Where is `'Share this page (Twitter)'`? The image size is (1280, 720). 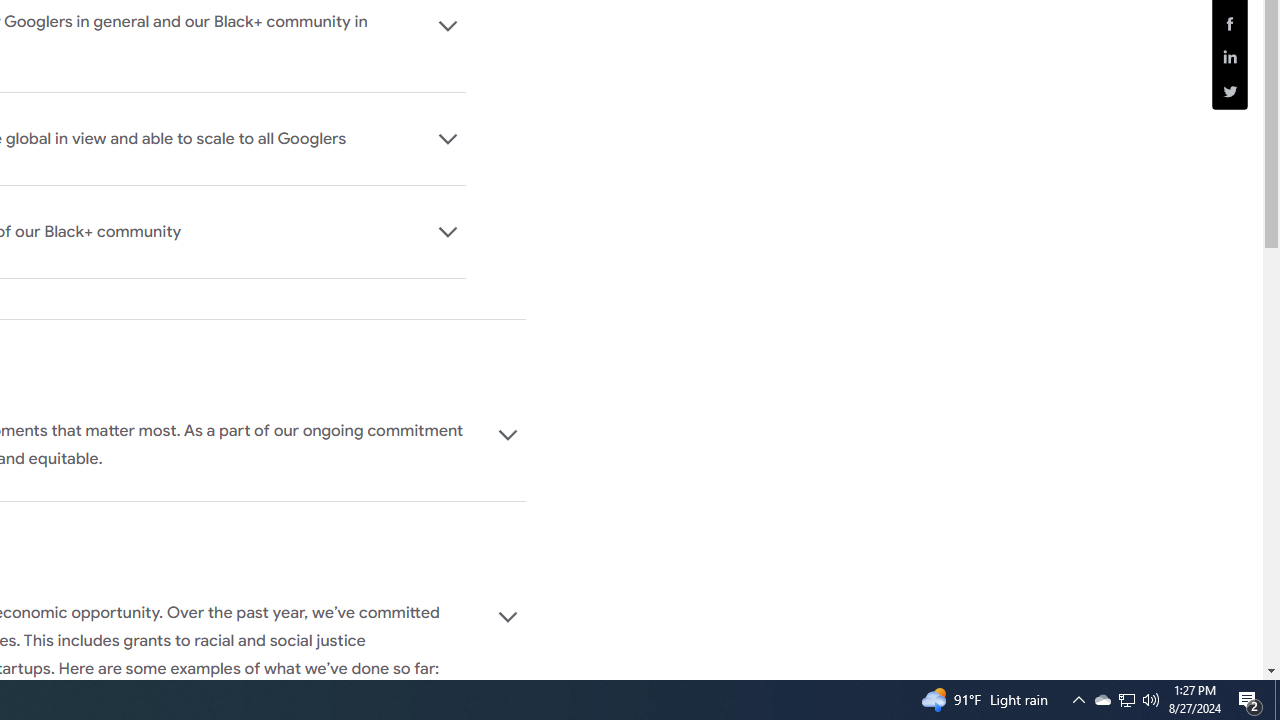 'Share this page (Twitter)' is located at coordinates (1229, 91).